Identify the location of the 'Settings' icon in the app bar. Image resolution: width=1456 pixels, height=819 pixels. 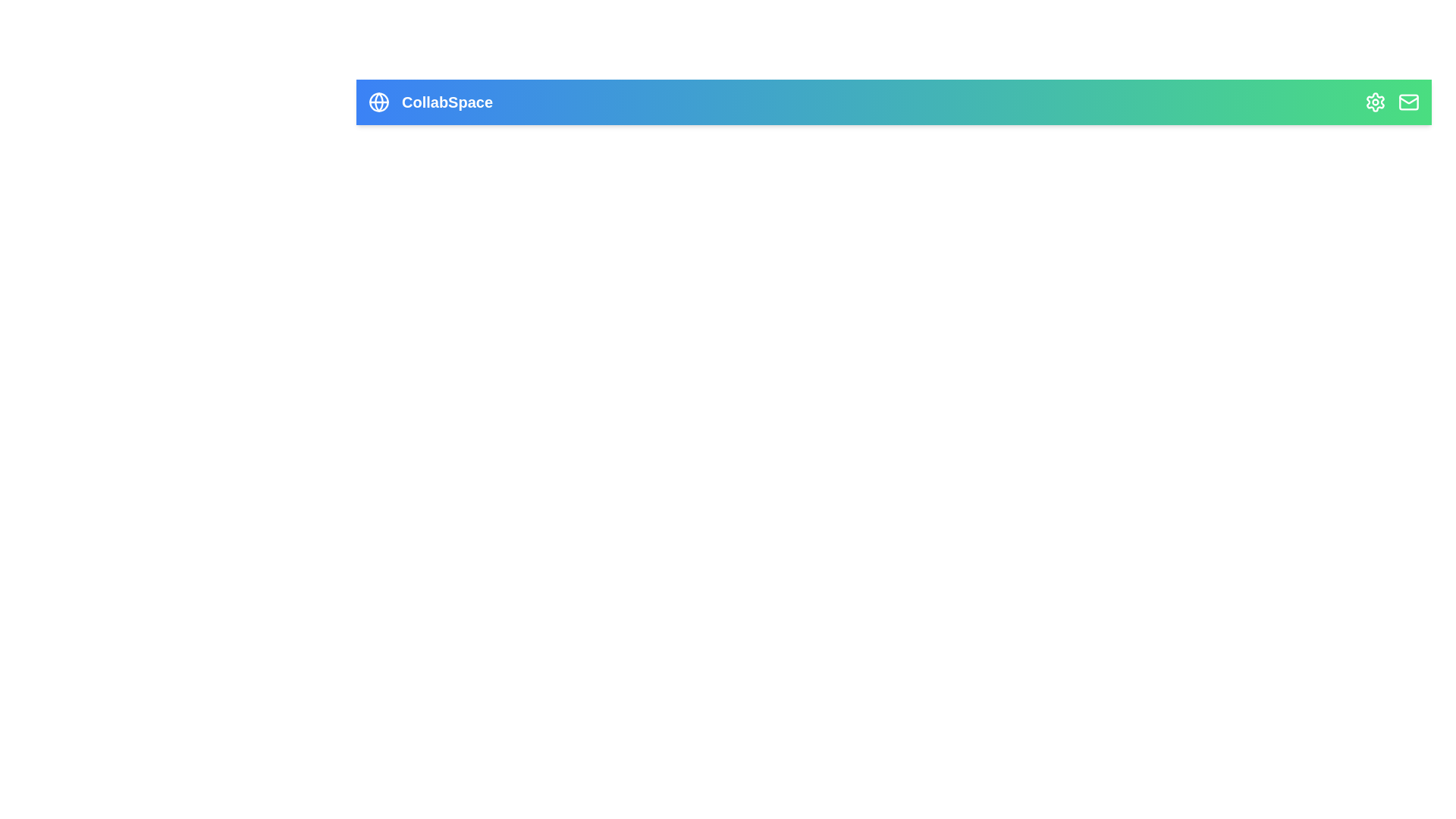
(1376, 102).